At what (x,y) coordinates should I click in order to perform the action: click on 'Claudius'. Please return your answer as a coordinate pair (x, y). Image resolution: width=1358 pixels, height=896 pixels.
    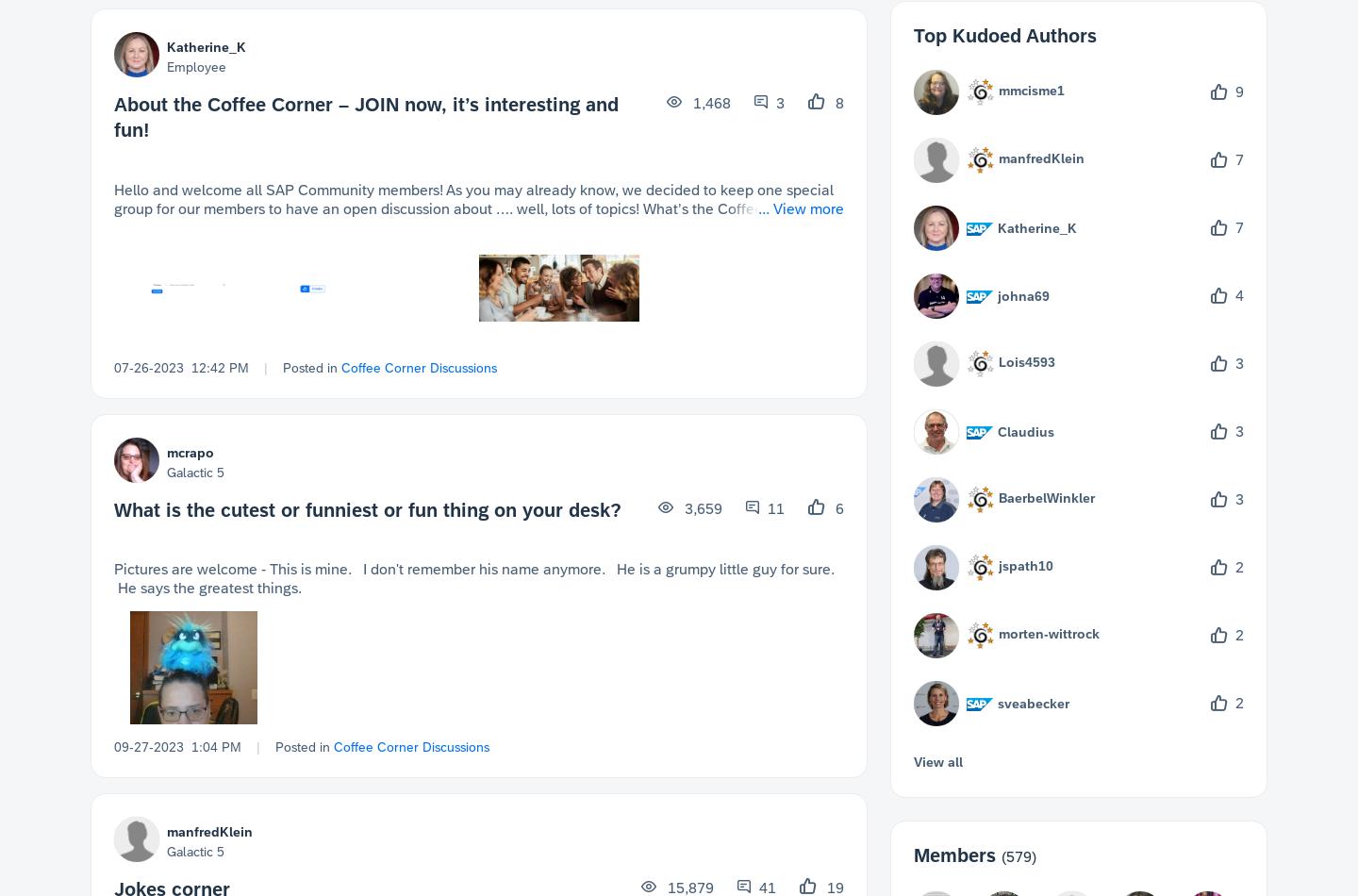
    Looking at the image, I should click on (1025, 430).